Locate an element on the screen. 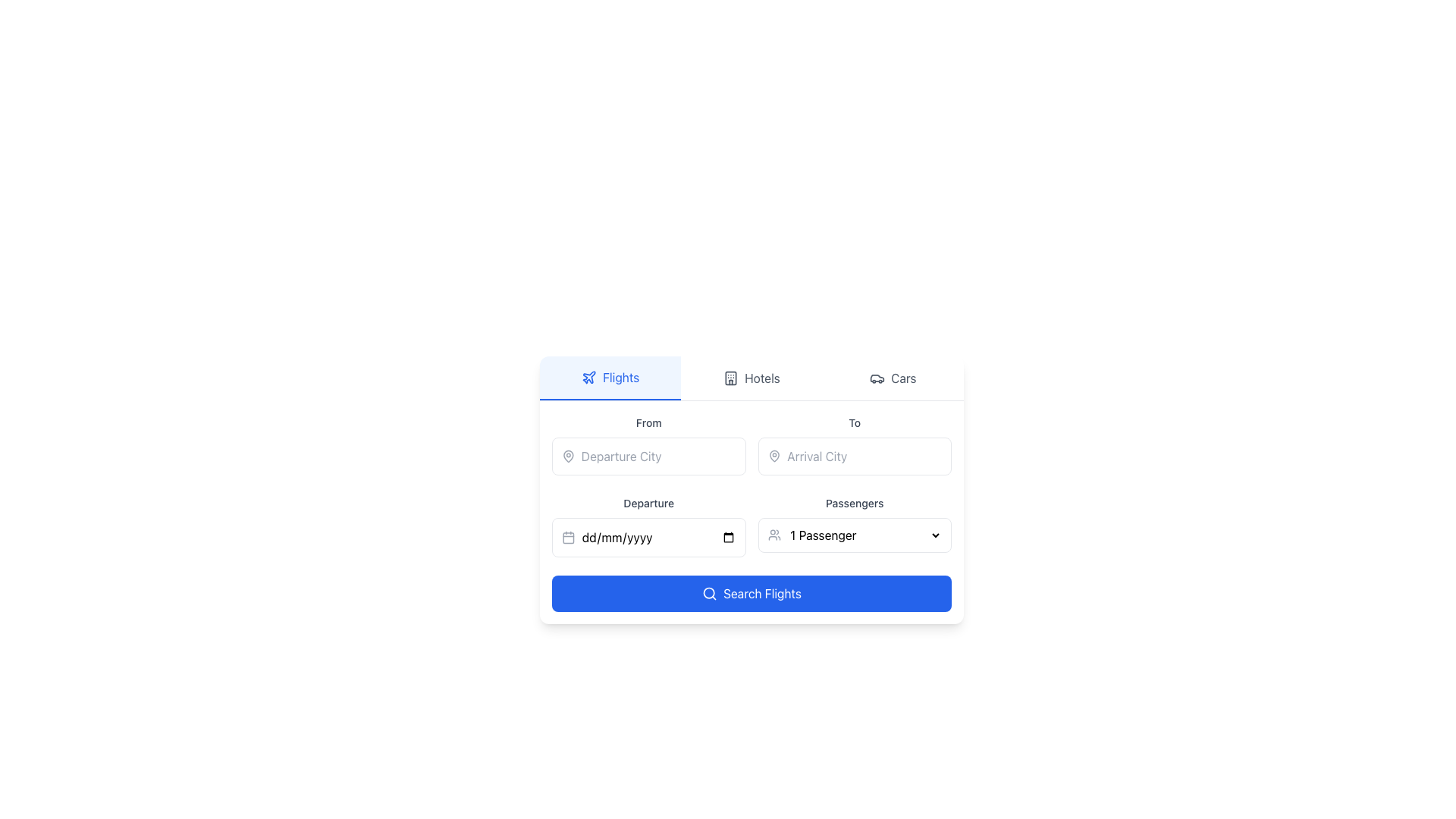  the stylized blue airplane icon located under the 'Flights' tab in the navigation bar is located at coordinates (588, 376).